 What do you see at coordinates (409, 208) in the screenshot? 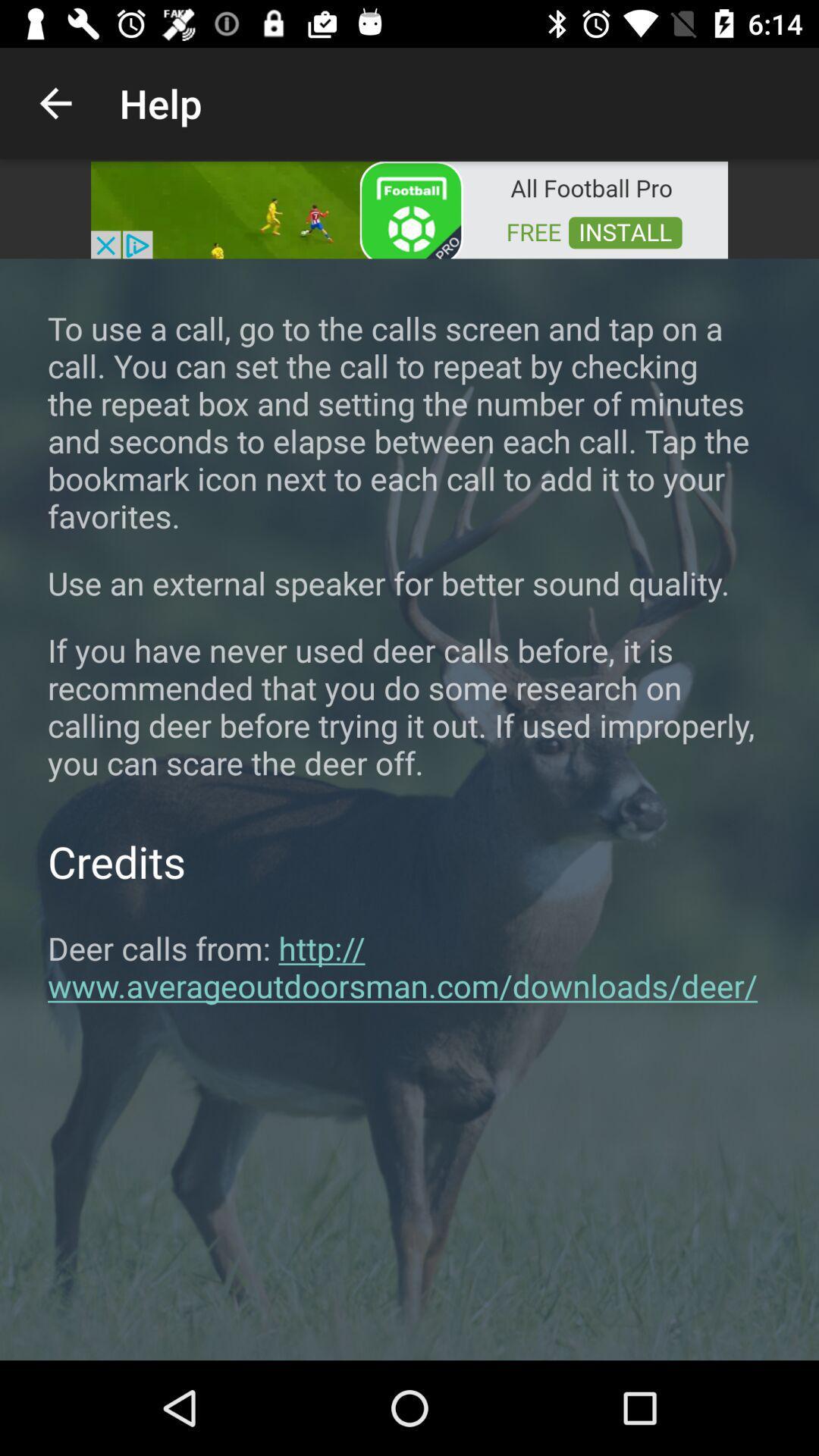
I see `click on the advertisement` at bounding box center [409, 208].